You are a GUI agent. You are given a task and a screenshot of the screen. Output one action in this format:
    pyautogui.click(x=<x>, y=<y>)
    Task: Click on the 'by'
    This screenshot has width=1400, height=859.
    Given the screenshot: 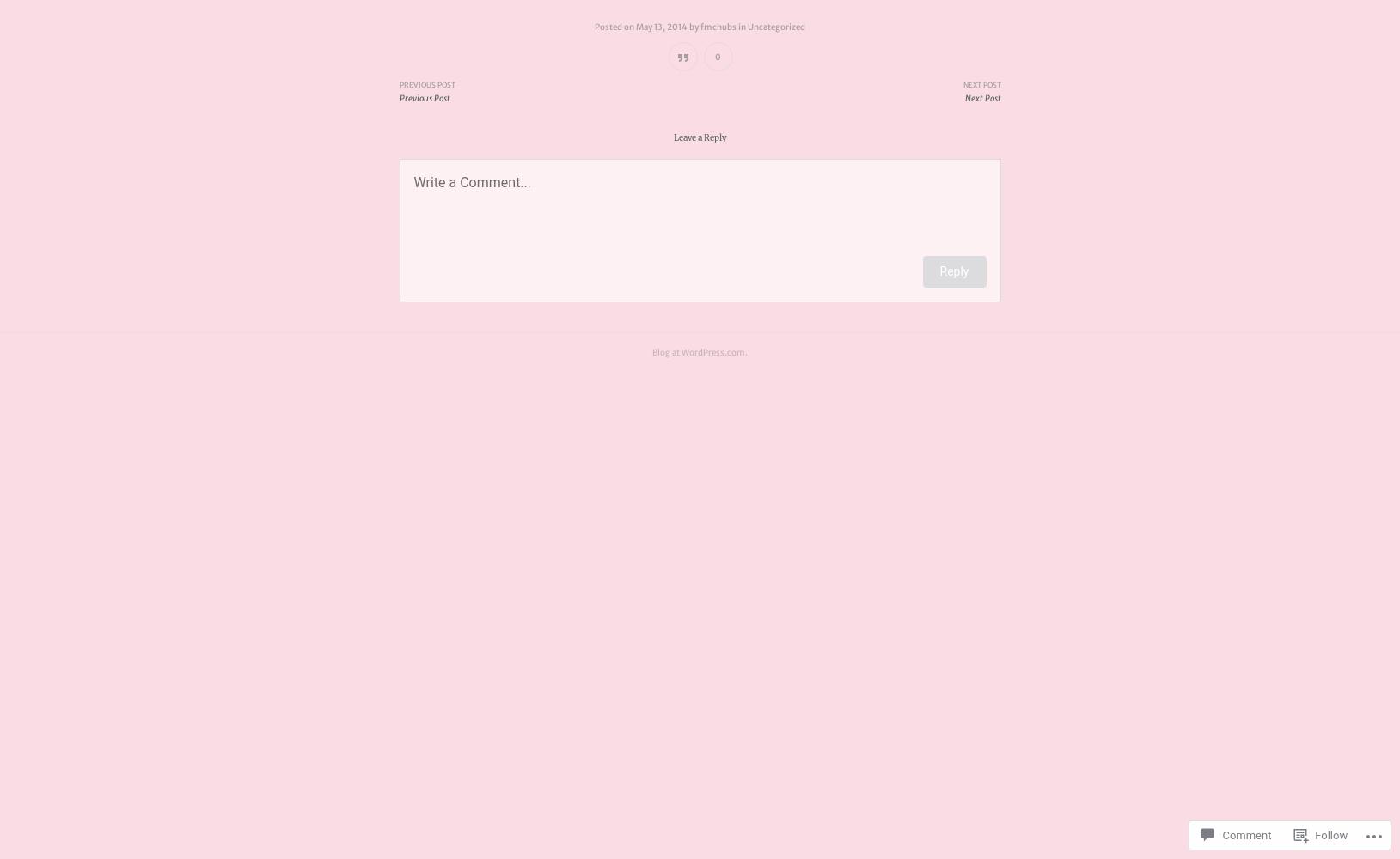 What is the action you would take?
    pyautogui.click(x=693, y=27)
    